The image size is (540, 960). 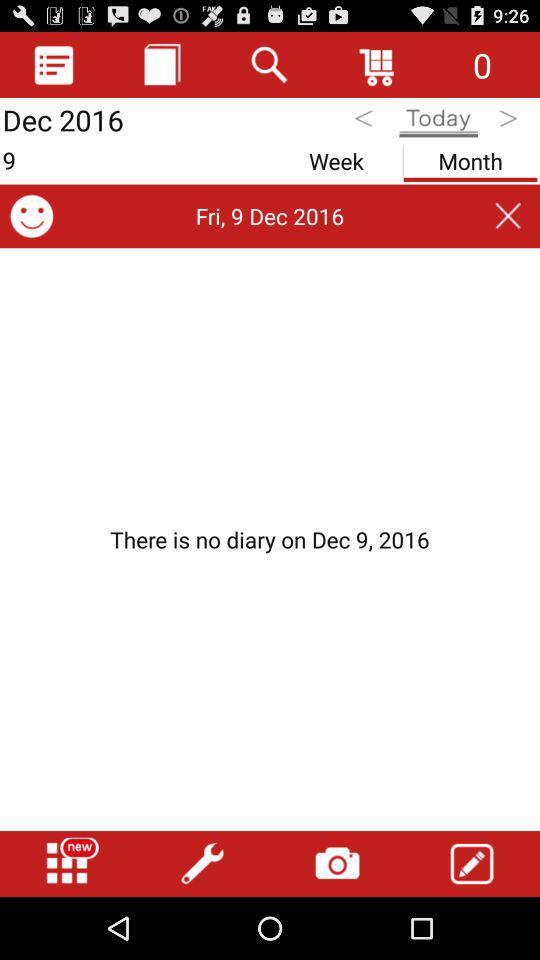 What do you see at coordinates (470, 156) in the screenshot?
I see `month view` at bounding box center [470, 156].